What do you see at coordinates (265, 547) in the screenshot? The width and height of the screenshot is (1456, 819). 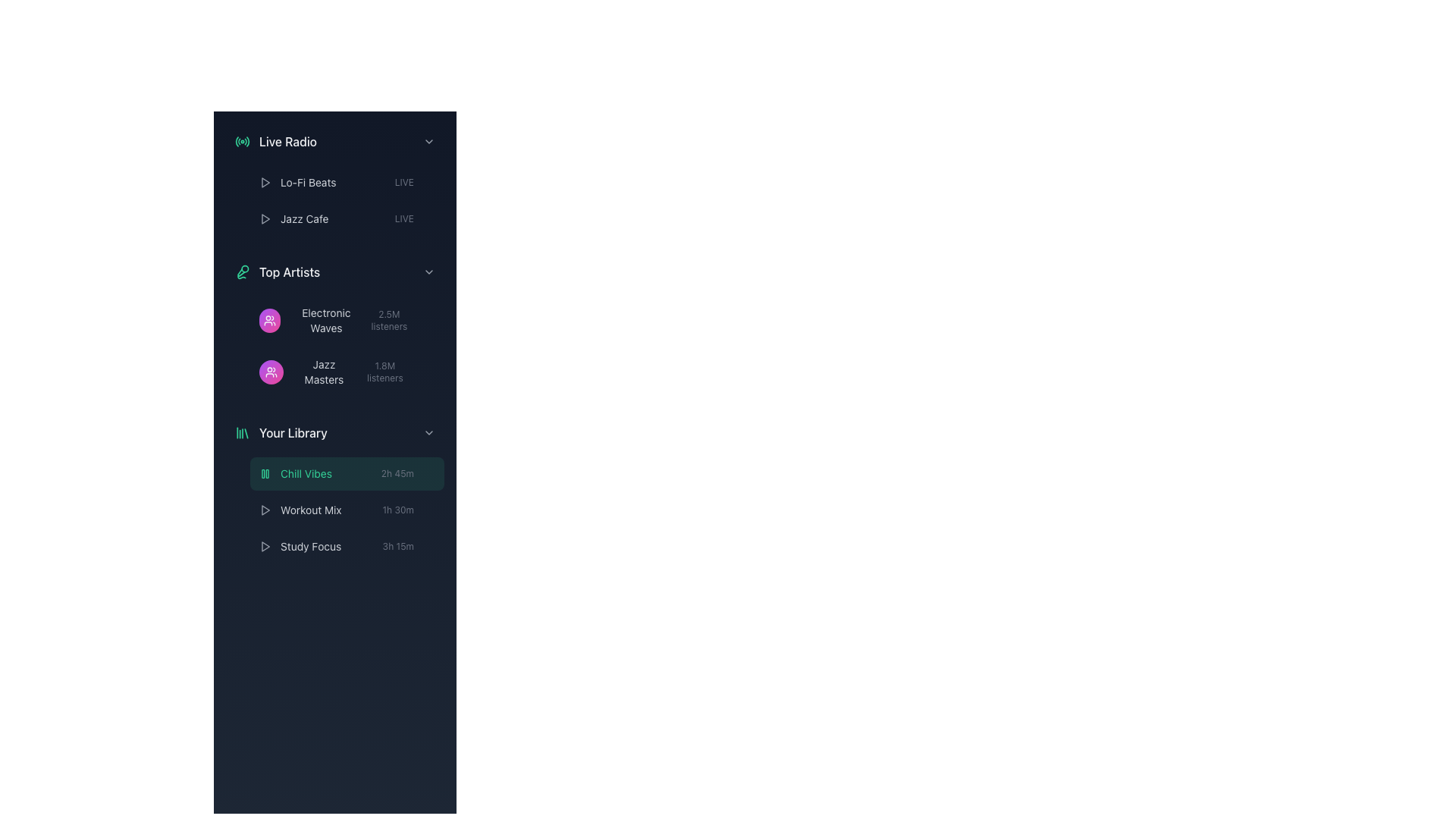 I see `the small play icon button, styled in gray and turning emerald green on hover, located next to the 'Study Focus' label` at bounding box center [265, 547].